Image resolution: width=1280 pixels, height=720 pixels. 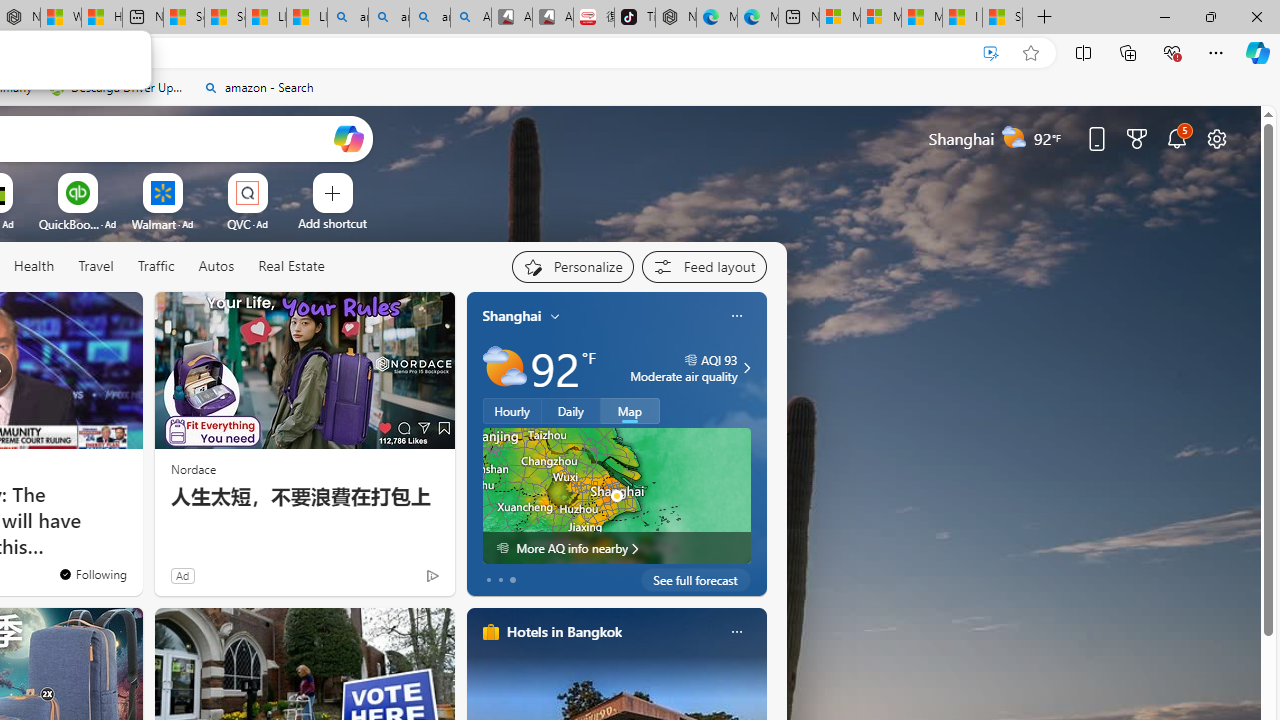 I want to click on 'Hotels in Bangkok', so click(x=562, y=631).